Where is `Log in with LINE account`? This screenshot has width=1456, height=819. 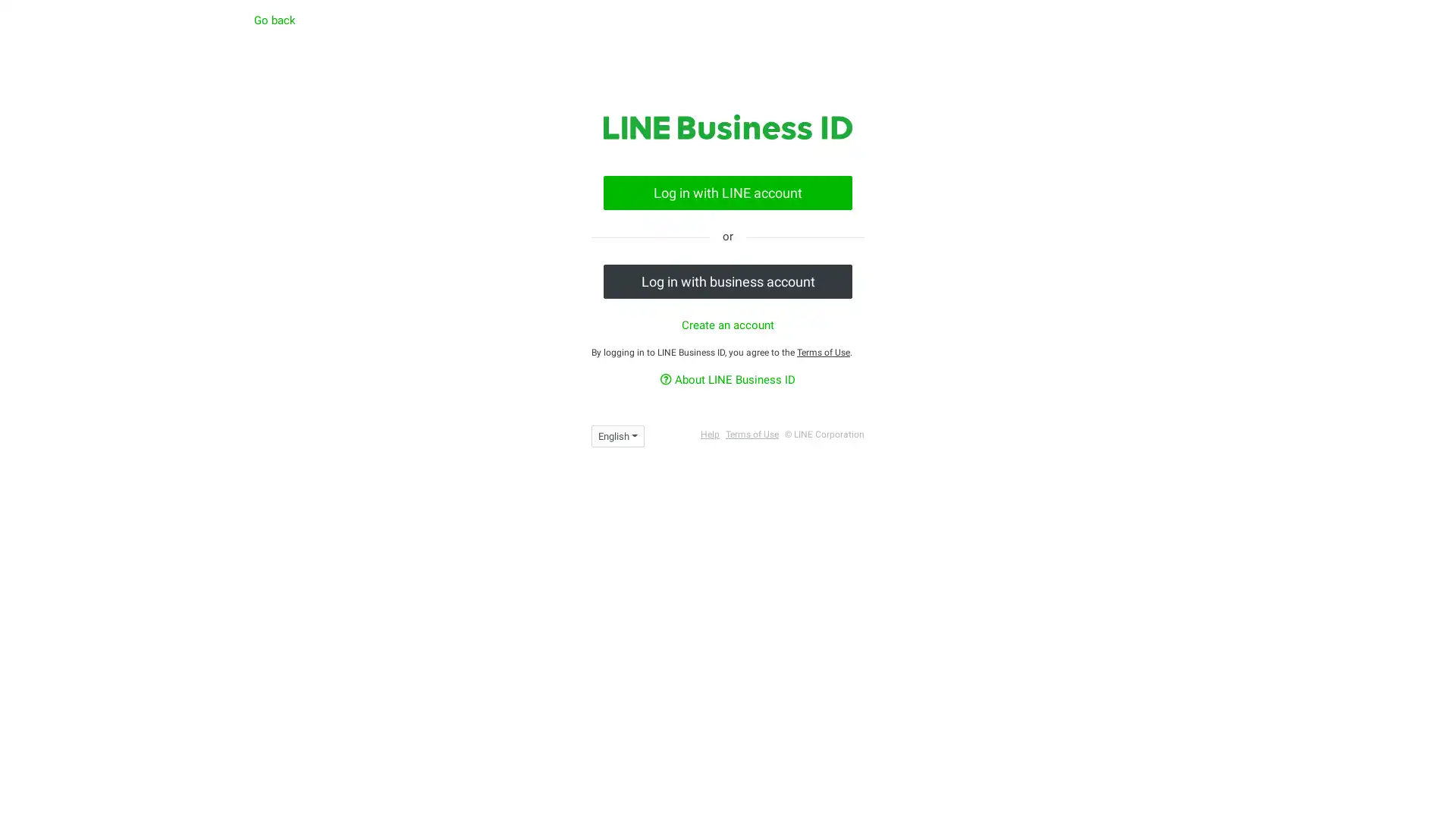 Log in with LINE account is located at coordinates (728, 191).